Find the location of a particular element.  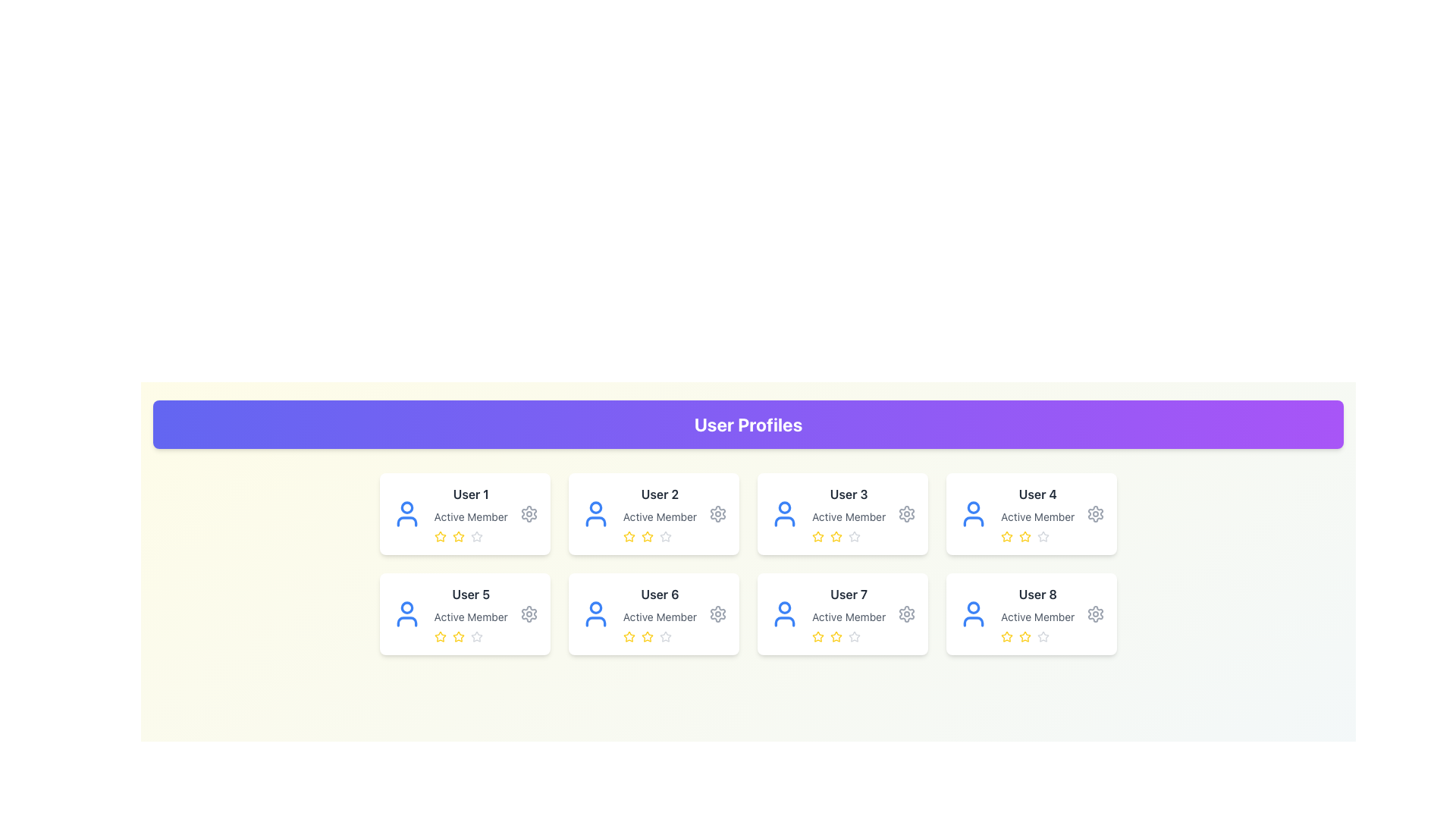

the text label displaying 'Active Member', which is positioned below 'User 8' and above the star rating icons is located at coordinates (1037, 617).